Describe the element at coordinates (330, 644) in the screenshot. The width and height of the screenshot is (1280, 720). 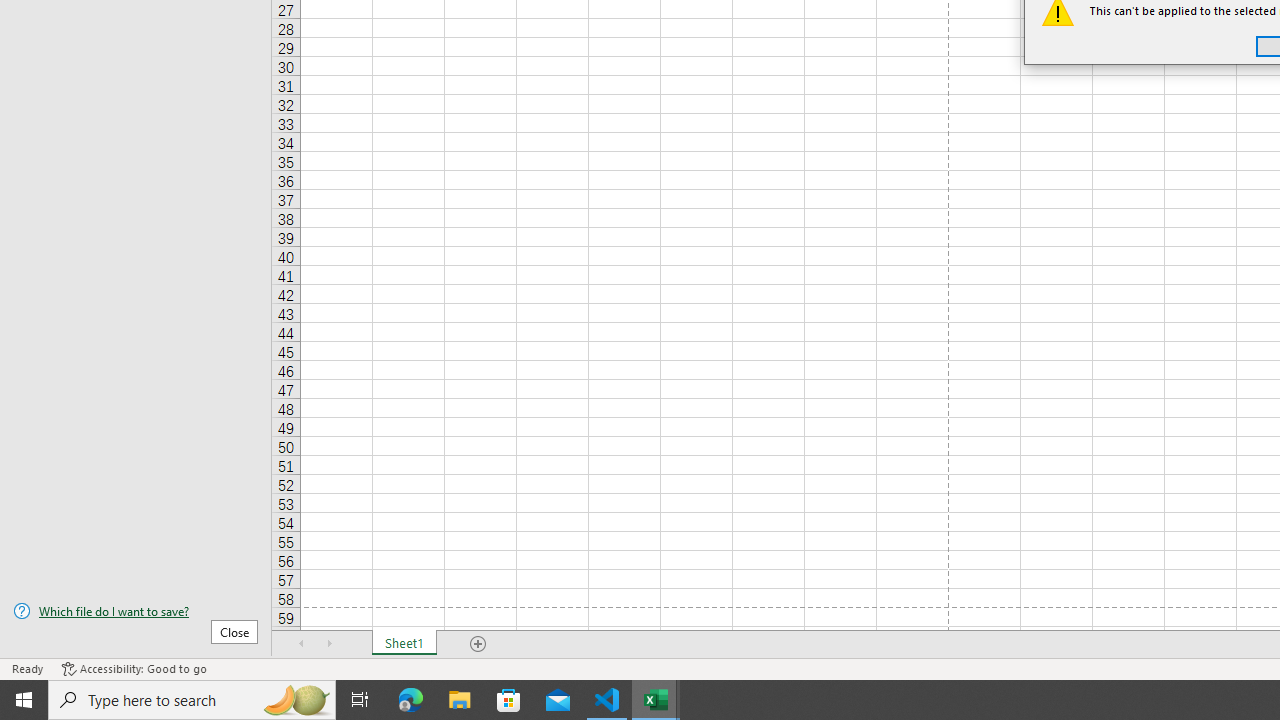
I see `'Scroll Right'` at that location.